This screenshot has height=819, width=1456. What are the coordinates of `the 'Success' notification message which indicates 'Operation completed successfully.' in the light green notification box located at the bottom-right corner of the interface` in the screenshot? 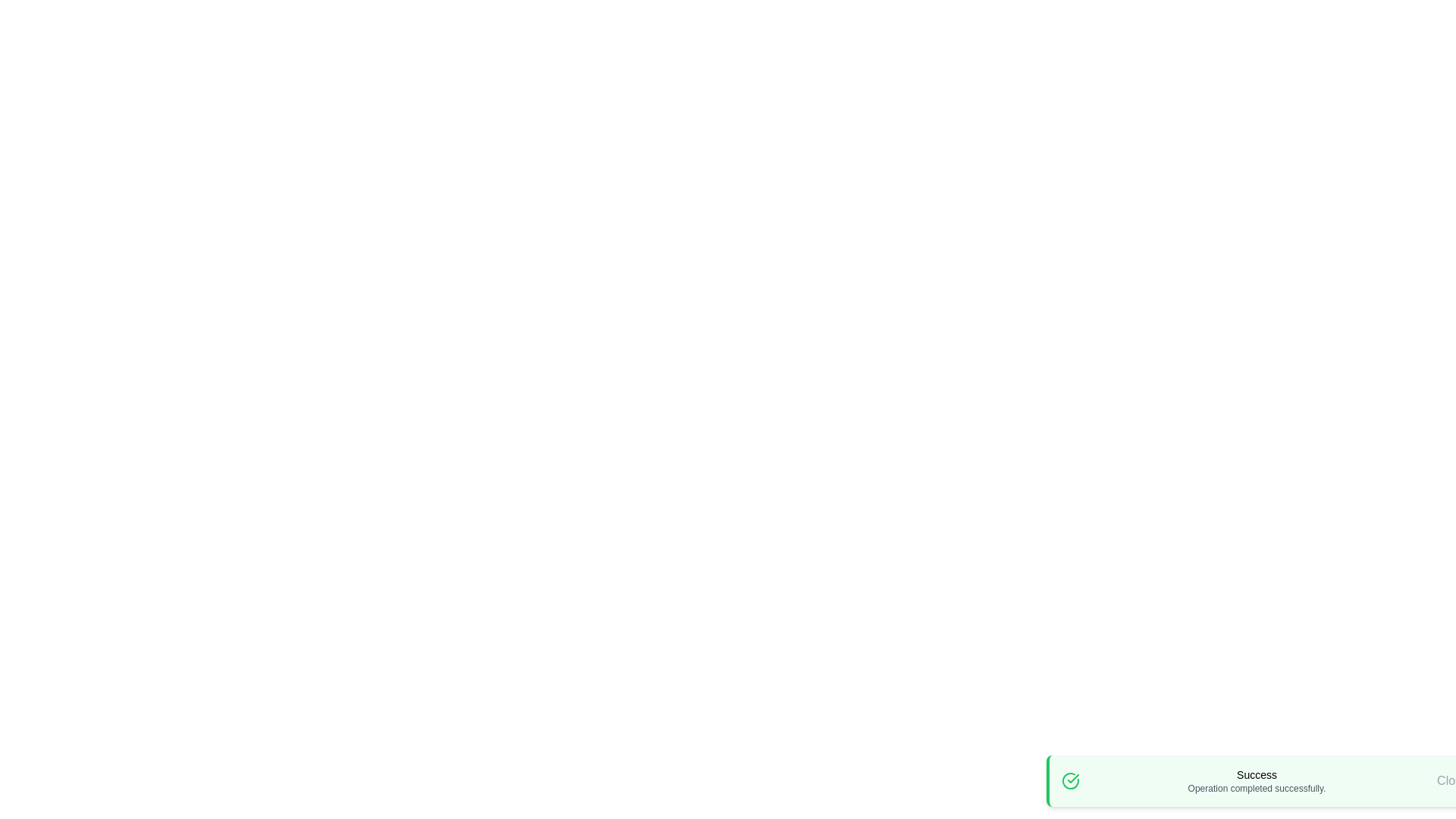 It's located at (1257, 780).